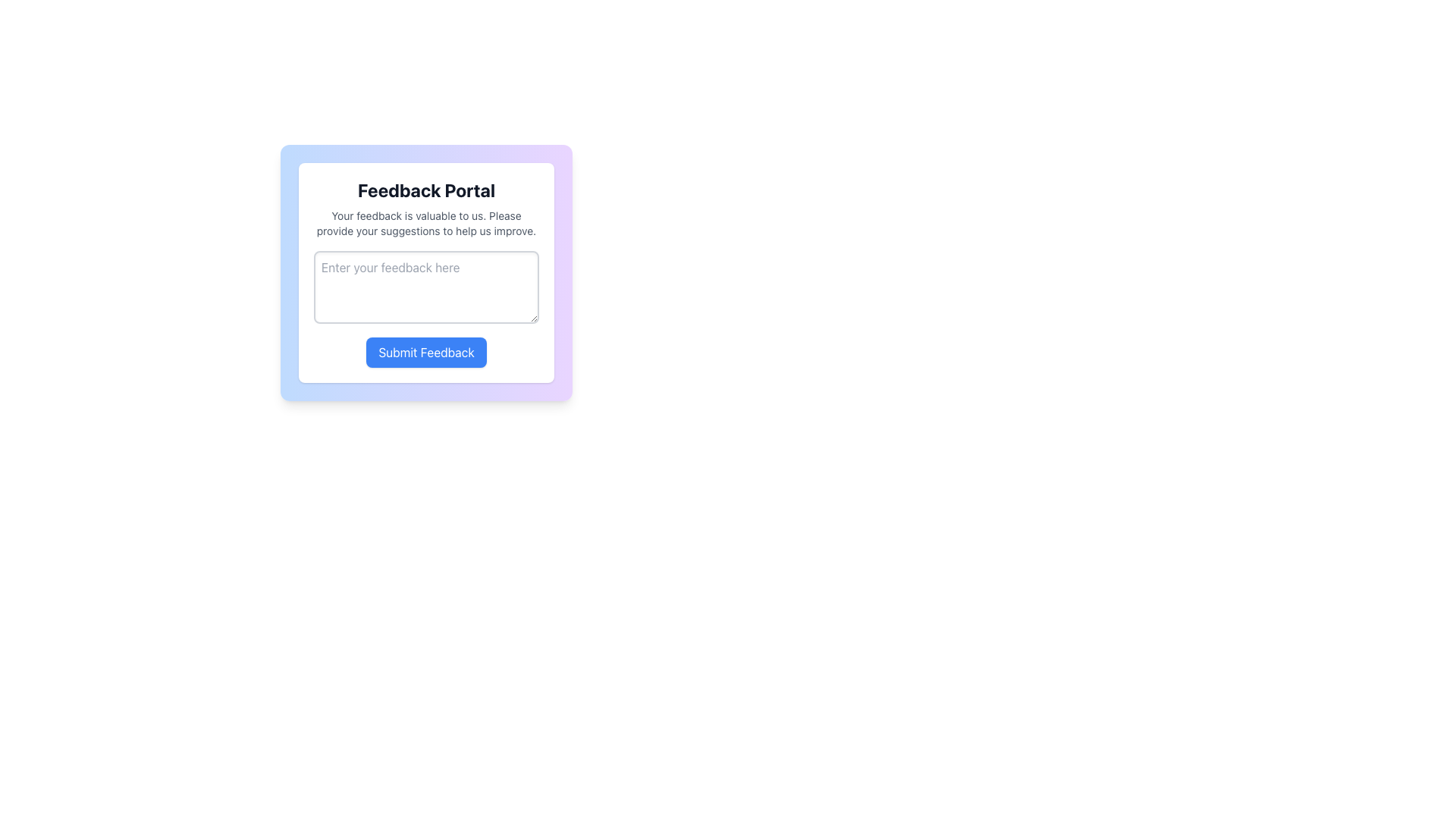 The height and width of the screenshot is (819, 1456). Describe the element at coordinates (425, 309) in the screenshot. I see `the Text input area within the 'Feedback Portal' section` at that location.